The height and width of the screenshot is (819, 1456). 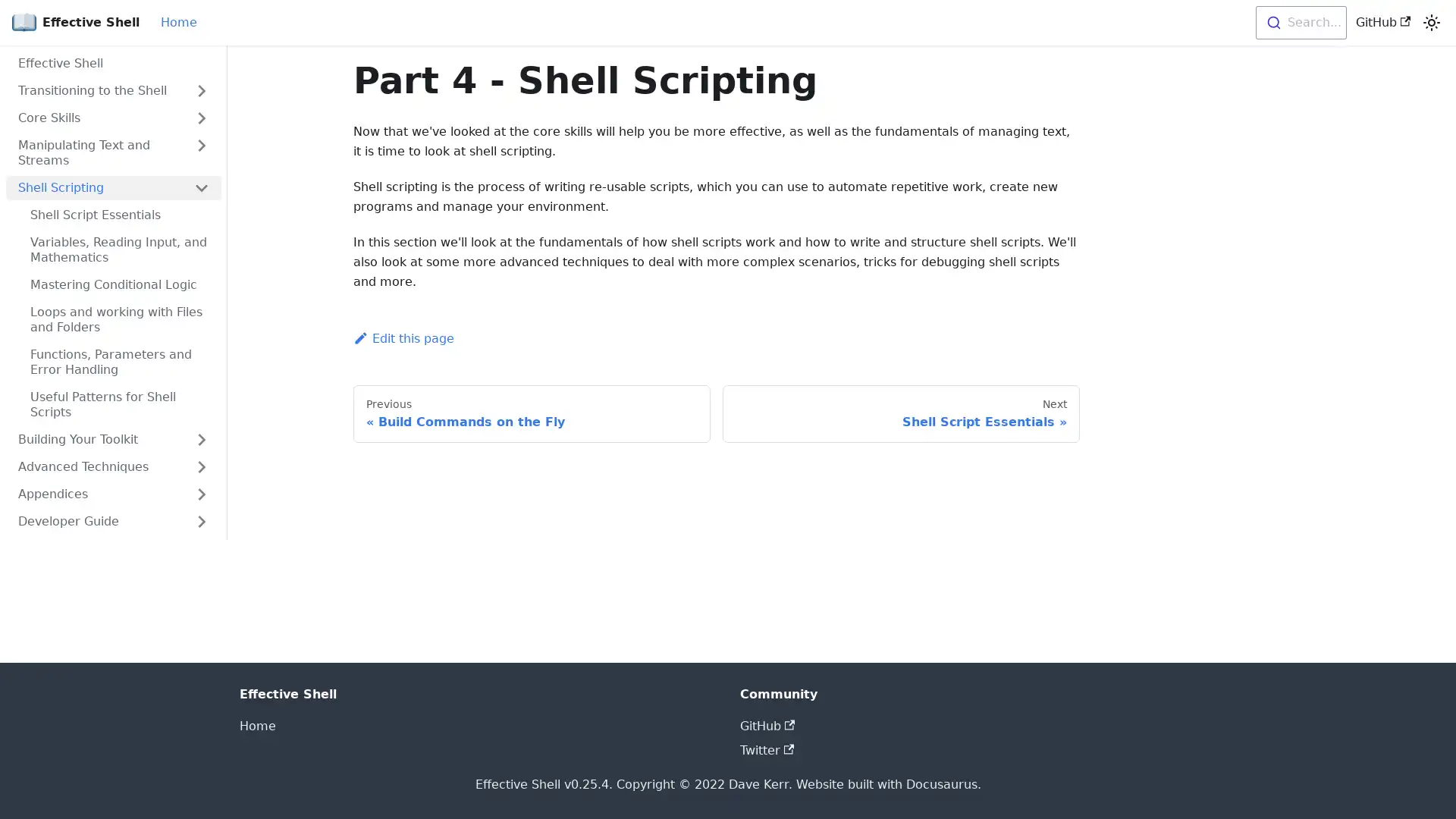 I want to click on Switch between dark and light mode (currently light mode), so click(x=1430, y=23).